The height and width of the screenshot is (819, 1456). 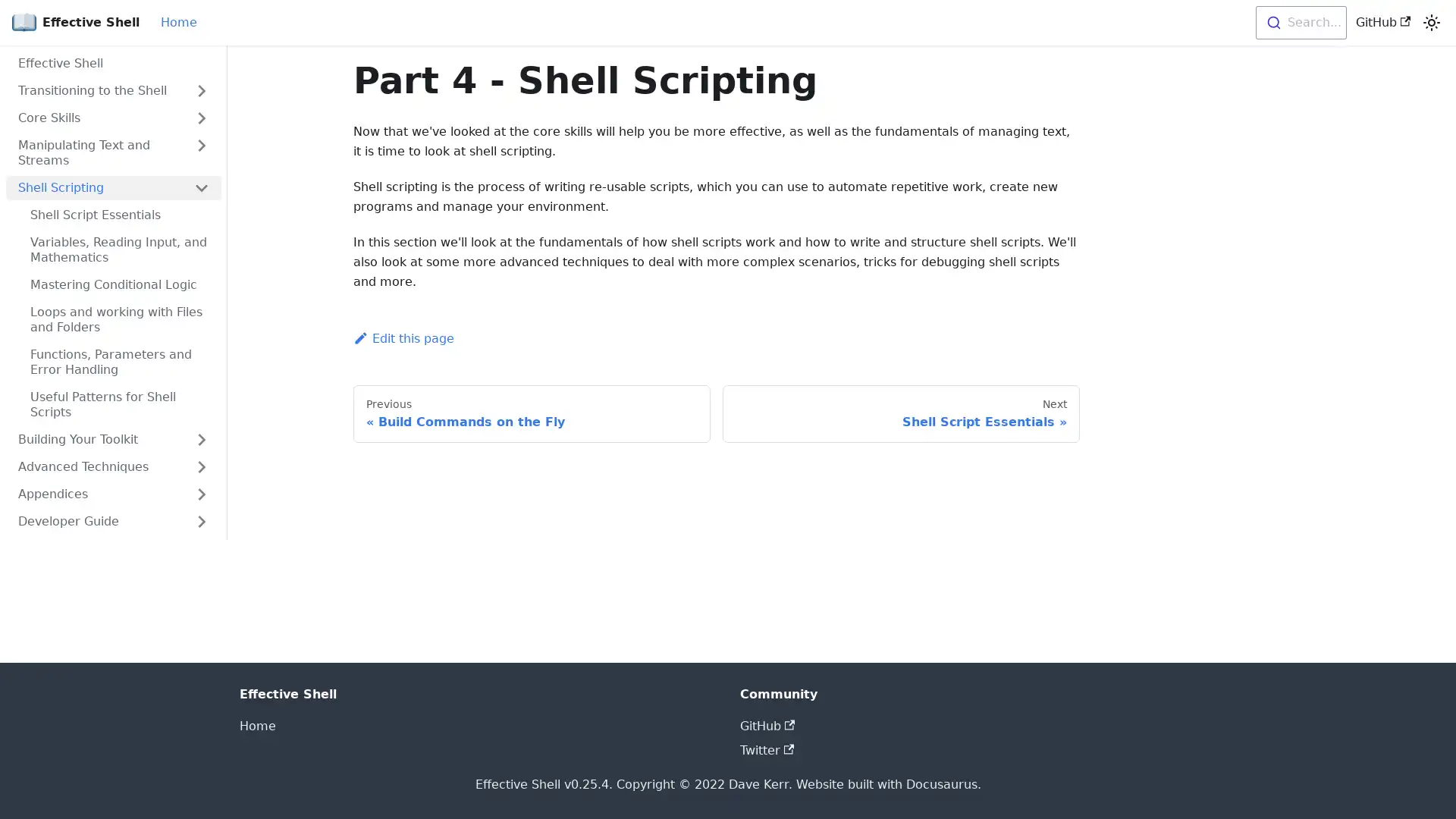 I want to click on Switch between dark and light mode (currently light mode), so click(x=1430, y=23).